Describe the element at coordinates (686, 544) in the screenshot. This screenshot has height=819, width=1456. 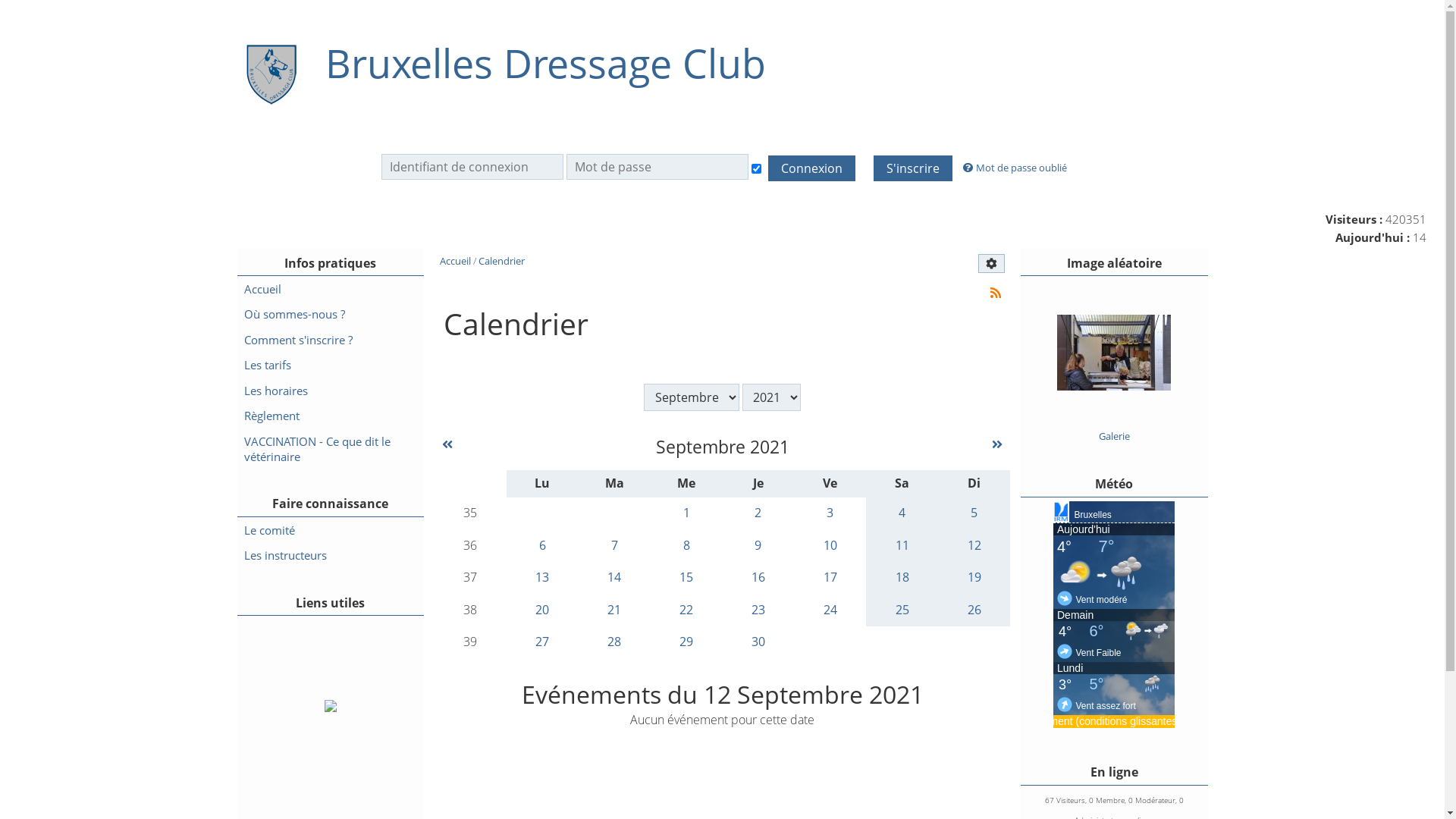
I see `'8'` at that location.